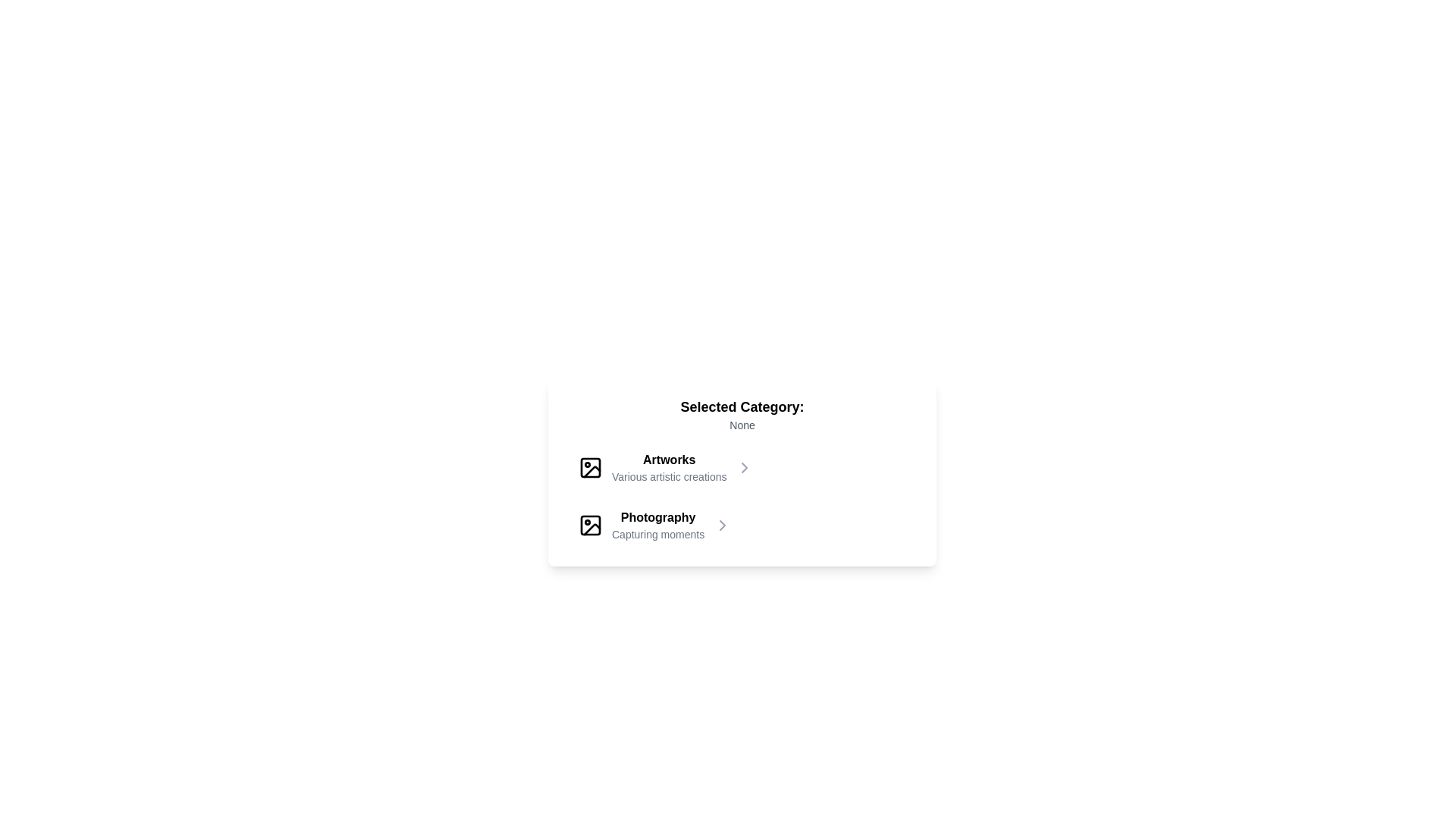 The width and height of the screenshot is (1456, 819). What do you see at coordinates (742, 406) in the screenshot?
I see `the static text label displaying 'Selected Category:' which is bold and larger in font size, positioned centrally in the upper section of the interface` at bounding box center [742, 406].